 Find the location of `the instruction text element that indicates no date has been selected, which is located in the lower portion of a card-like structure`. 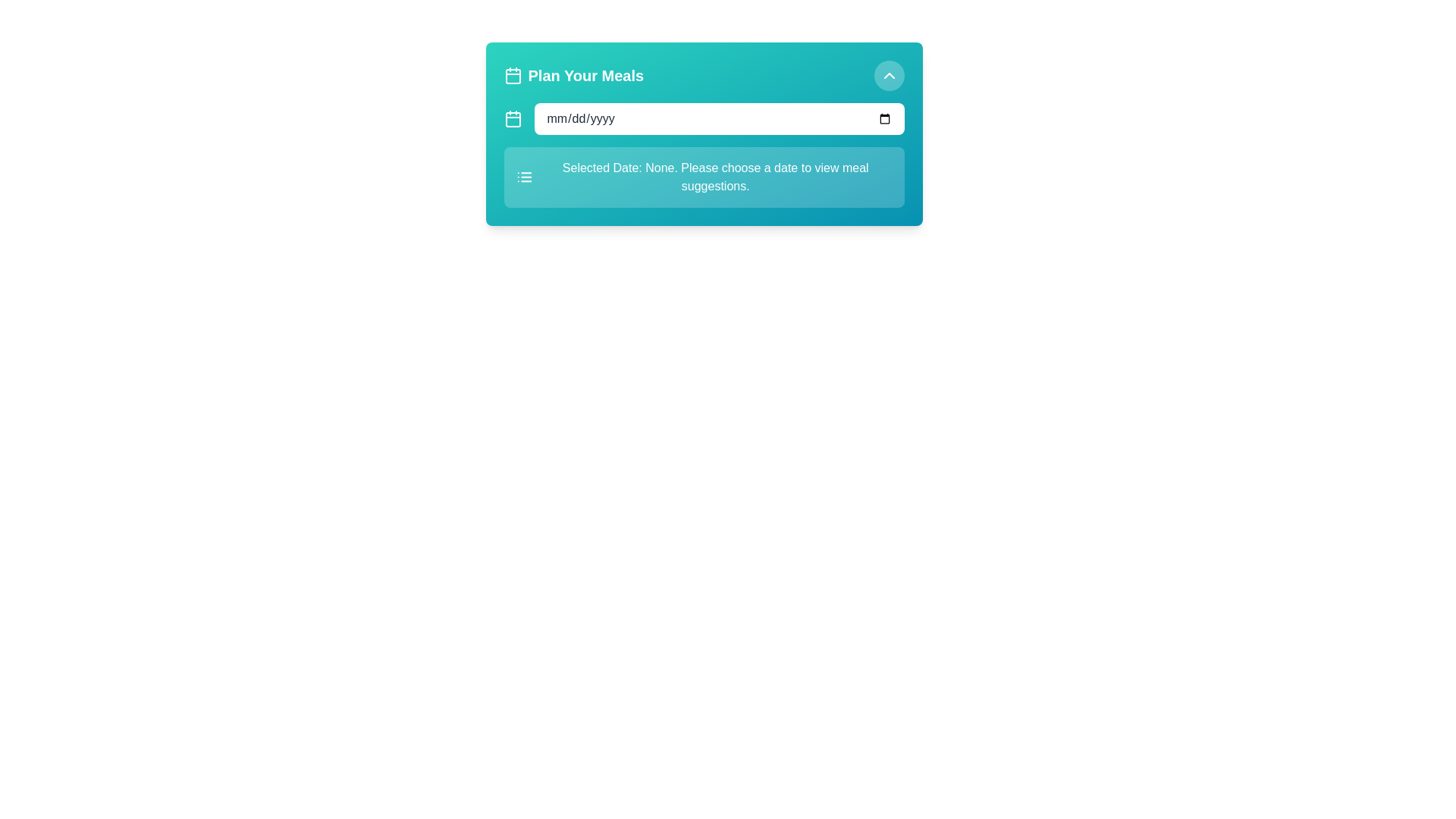

the instruction text element that indicates no date has been selected, which is located in the lower portion of a card-like structure is located at coordinates (714, 177).